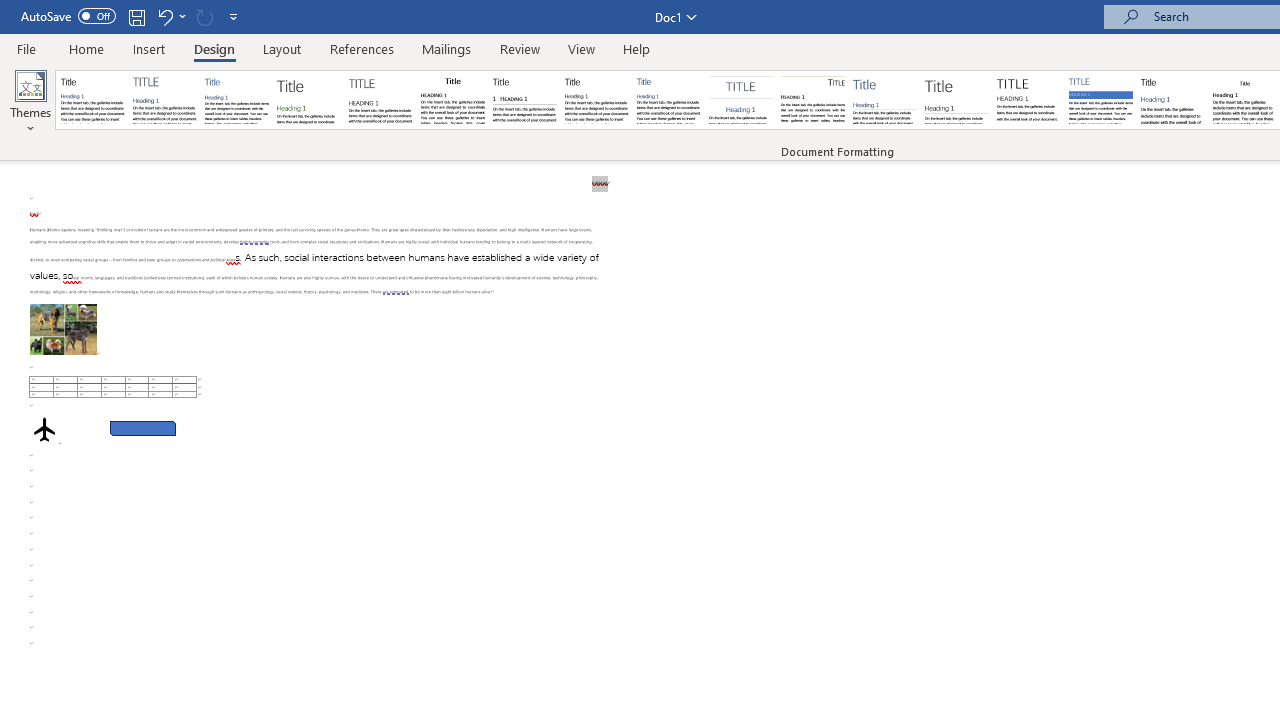  Describe the element at coordinates (308, 100) in the screenshot. I see `'Basic (Stylish)'` at that location.